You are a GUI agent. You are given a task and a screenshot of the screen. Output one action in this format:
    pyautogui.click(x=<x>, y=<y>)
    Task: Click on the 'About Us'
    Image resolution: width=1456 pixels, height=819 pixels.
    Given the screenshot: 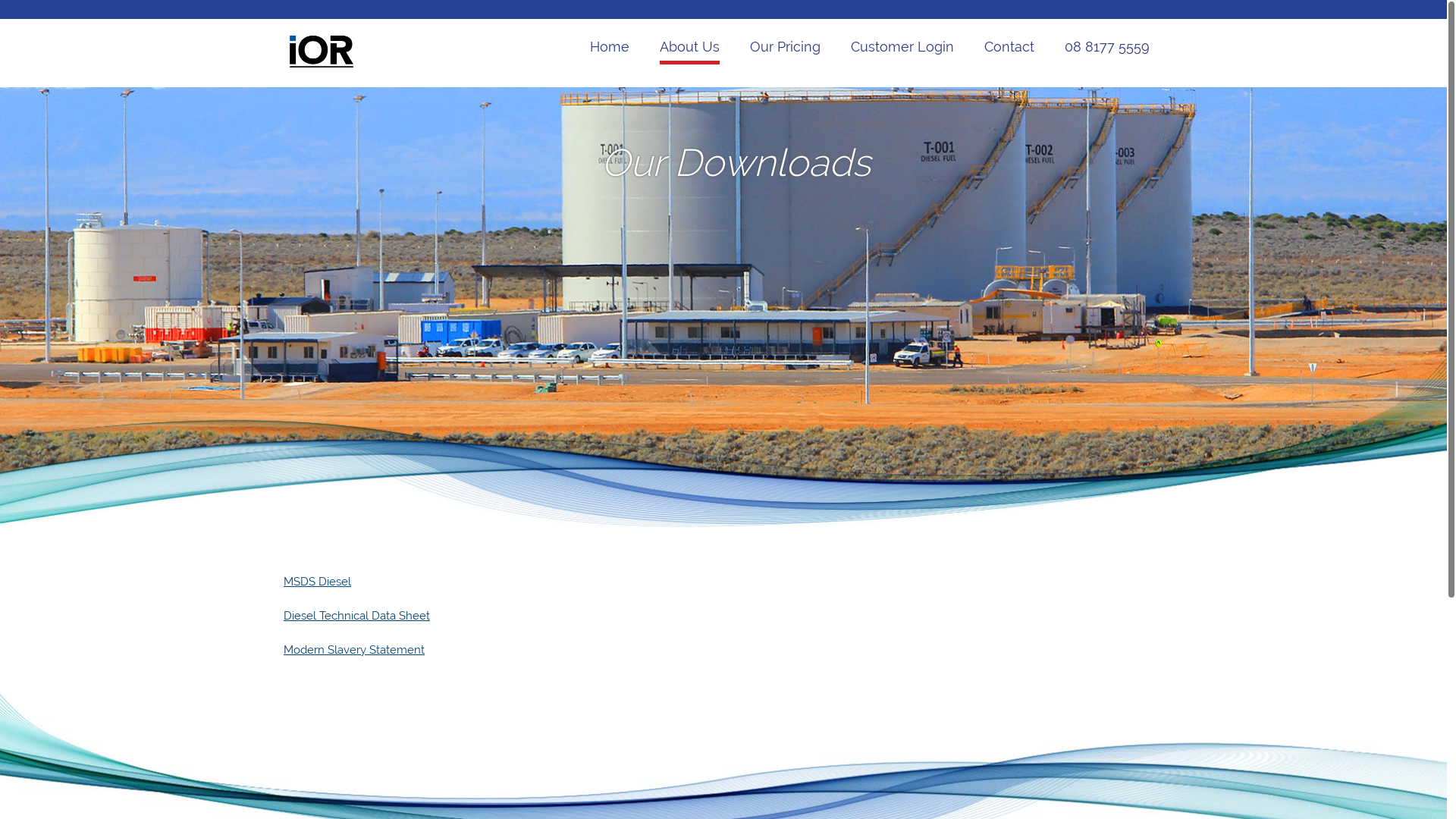 What is the action you would take?
    pyautogui.click(x=689, y=48)
    